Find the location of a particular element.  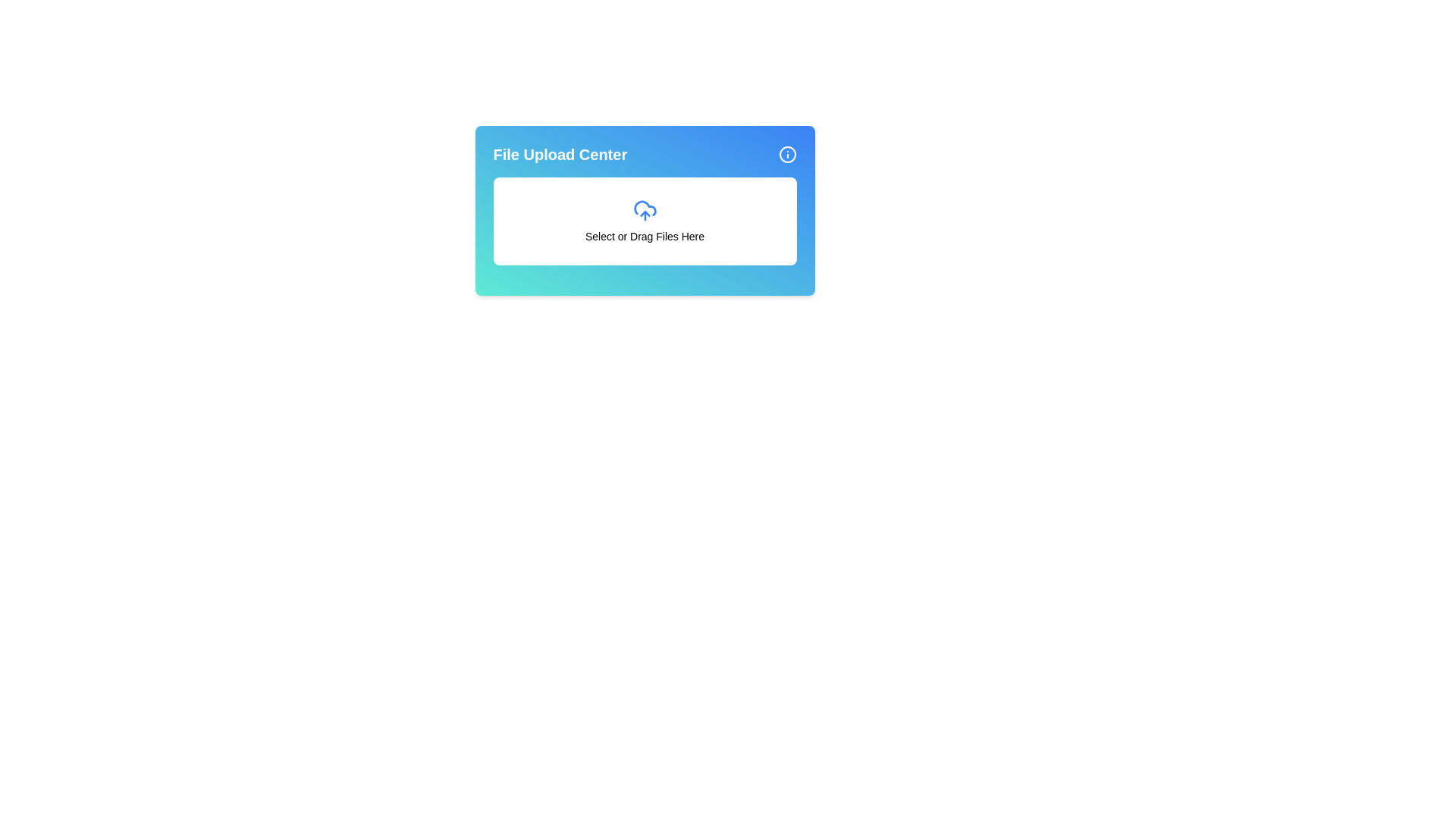

instructions from the text label displaying 'Select or Drag Files Here', which is located within a dashed border section and positioned below the upload cloud icon is located at coordinates (645, 237).